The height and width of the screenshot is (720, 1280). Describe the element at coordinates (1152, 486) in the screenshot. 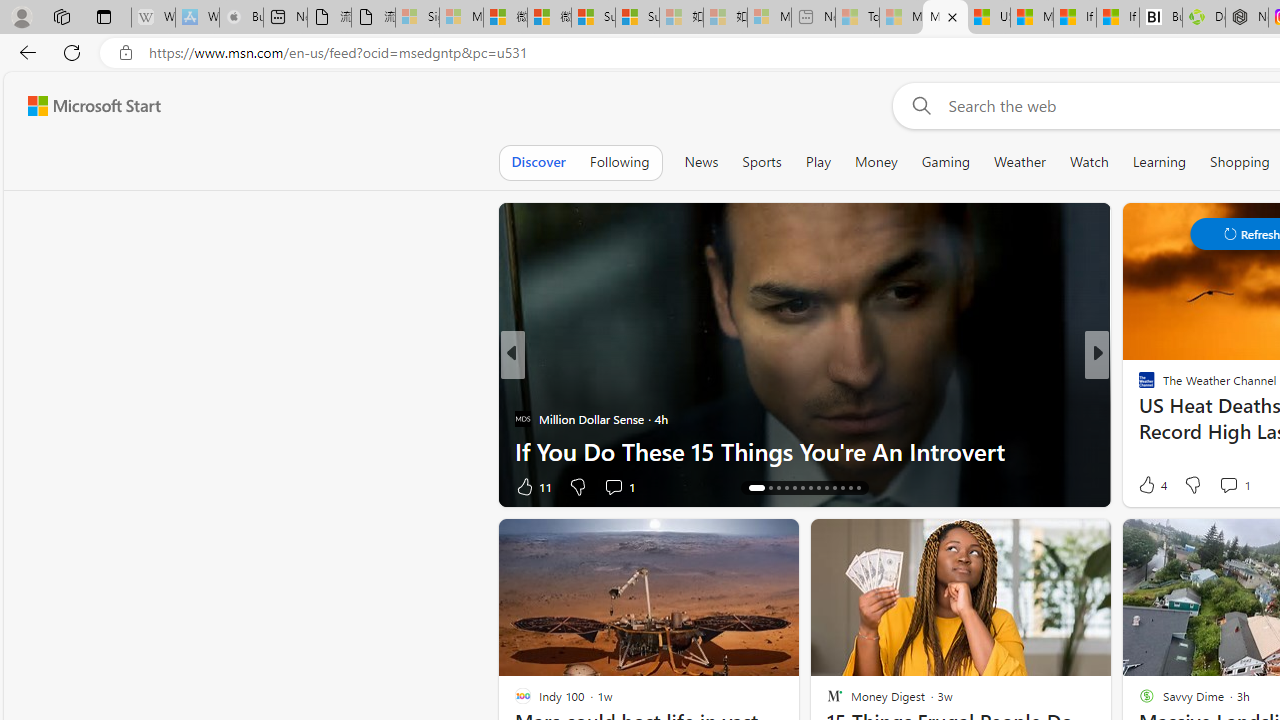

I see `'289 Like'` at that location.